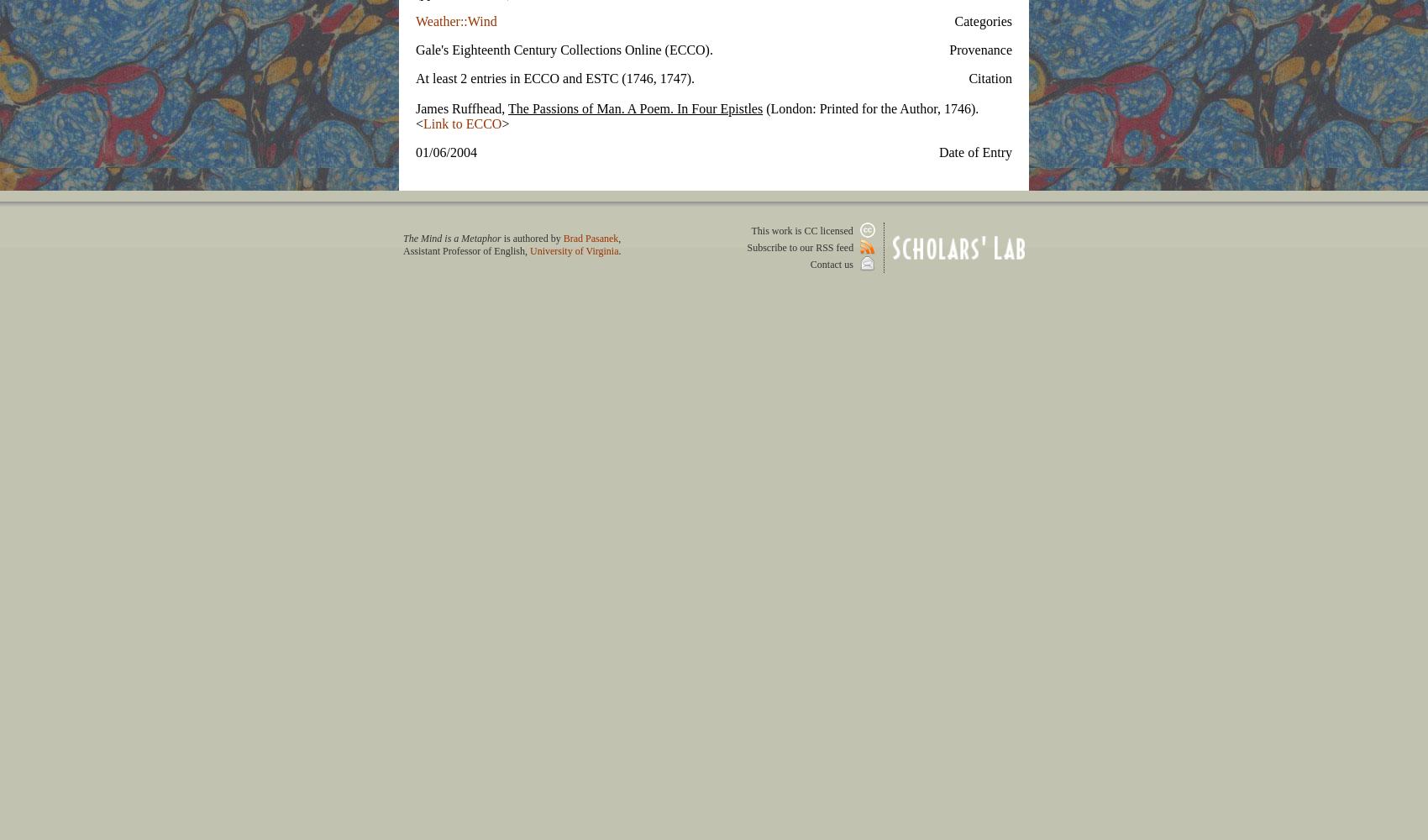  Describe the element at coordinates (590, 238) in the screenshot. I see `'Brad Pasanek'` at that location.